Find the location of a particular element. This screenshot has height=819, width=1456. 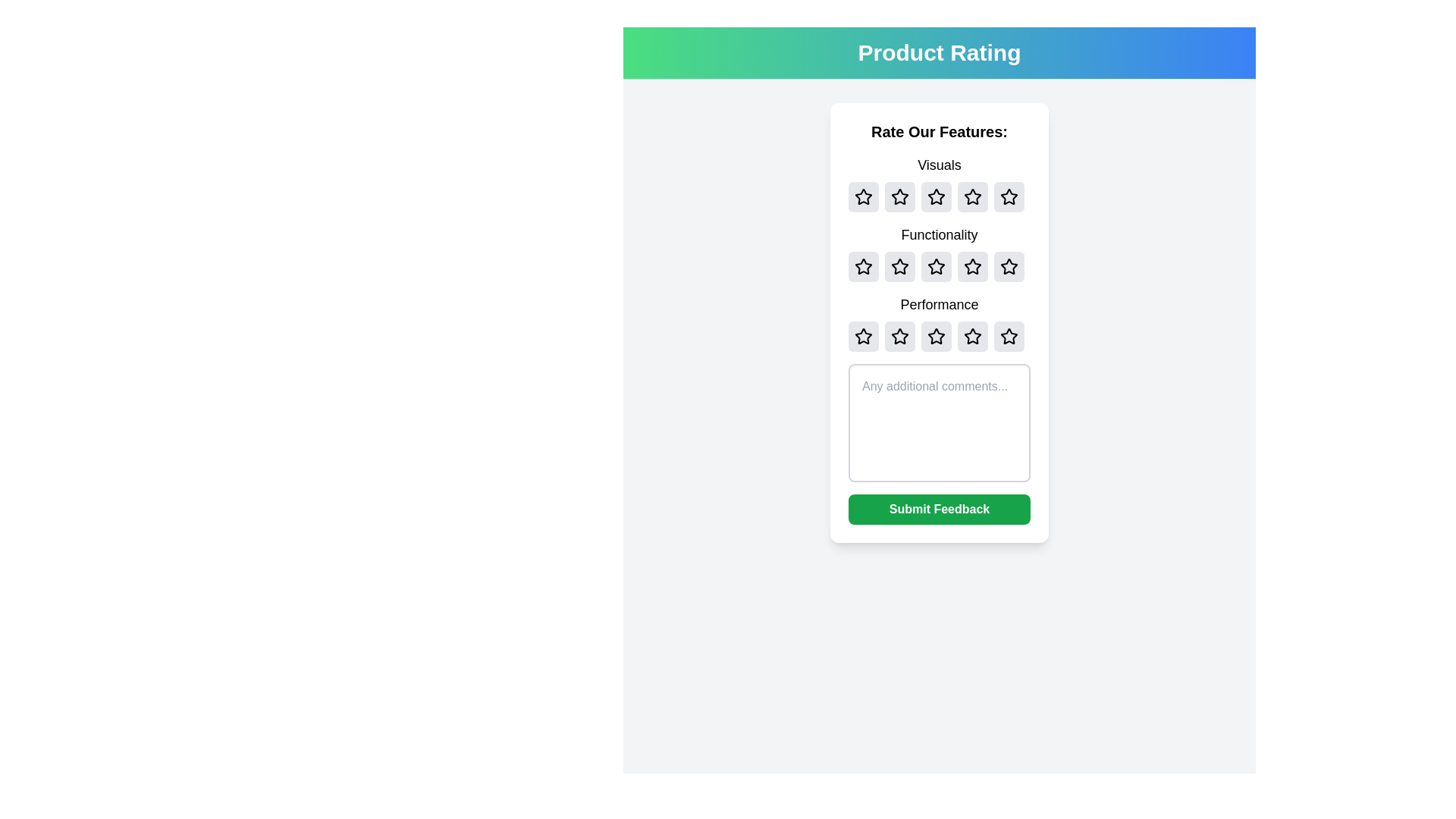

the fifth button in the rating interface is located at coordinates (1009, 265).